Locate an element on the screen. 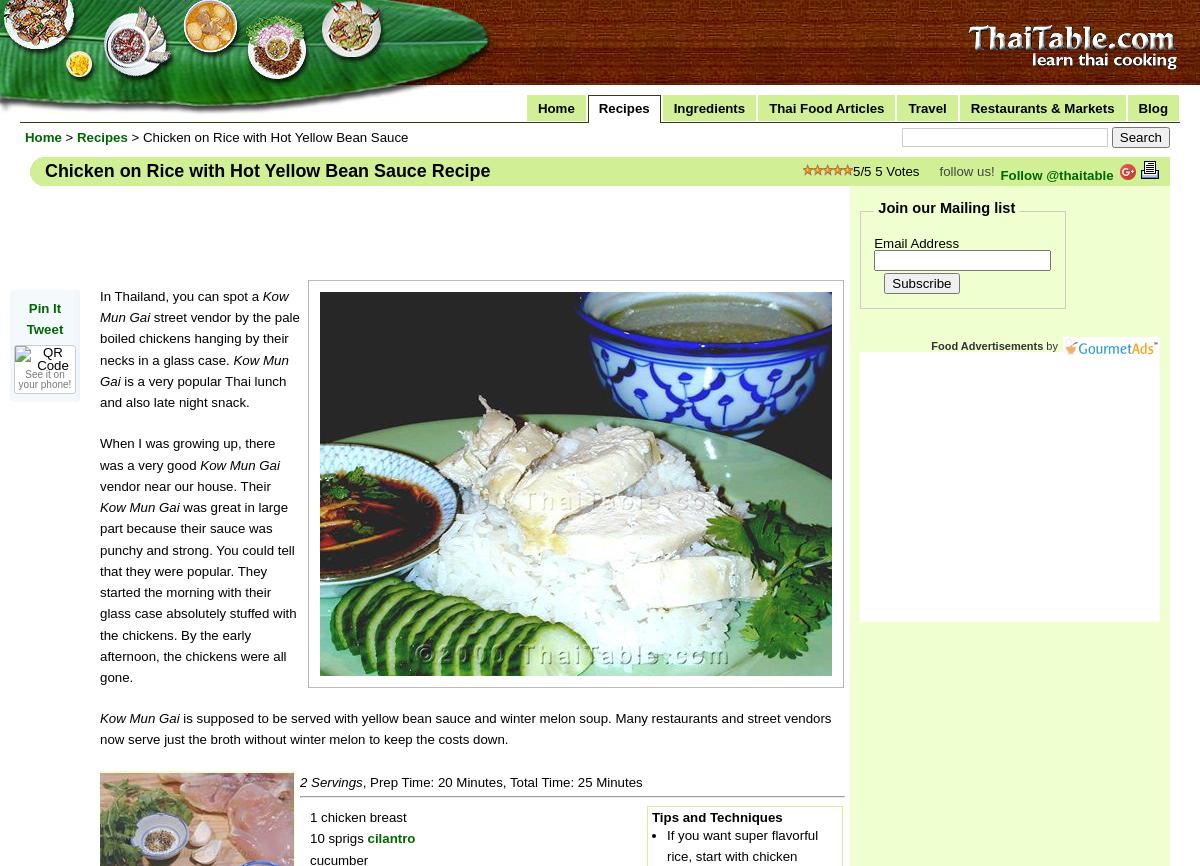 The image size is (1200, 866). 'is supposed to be served with yellow bean sauce and winter melon soup.  Many restaurants and street vendors now serve just the broth without winter melon to keep the costs down.' is located at coordinates (464, 727).